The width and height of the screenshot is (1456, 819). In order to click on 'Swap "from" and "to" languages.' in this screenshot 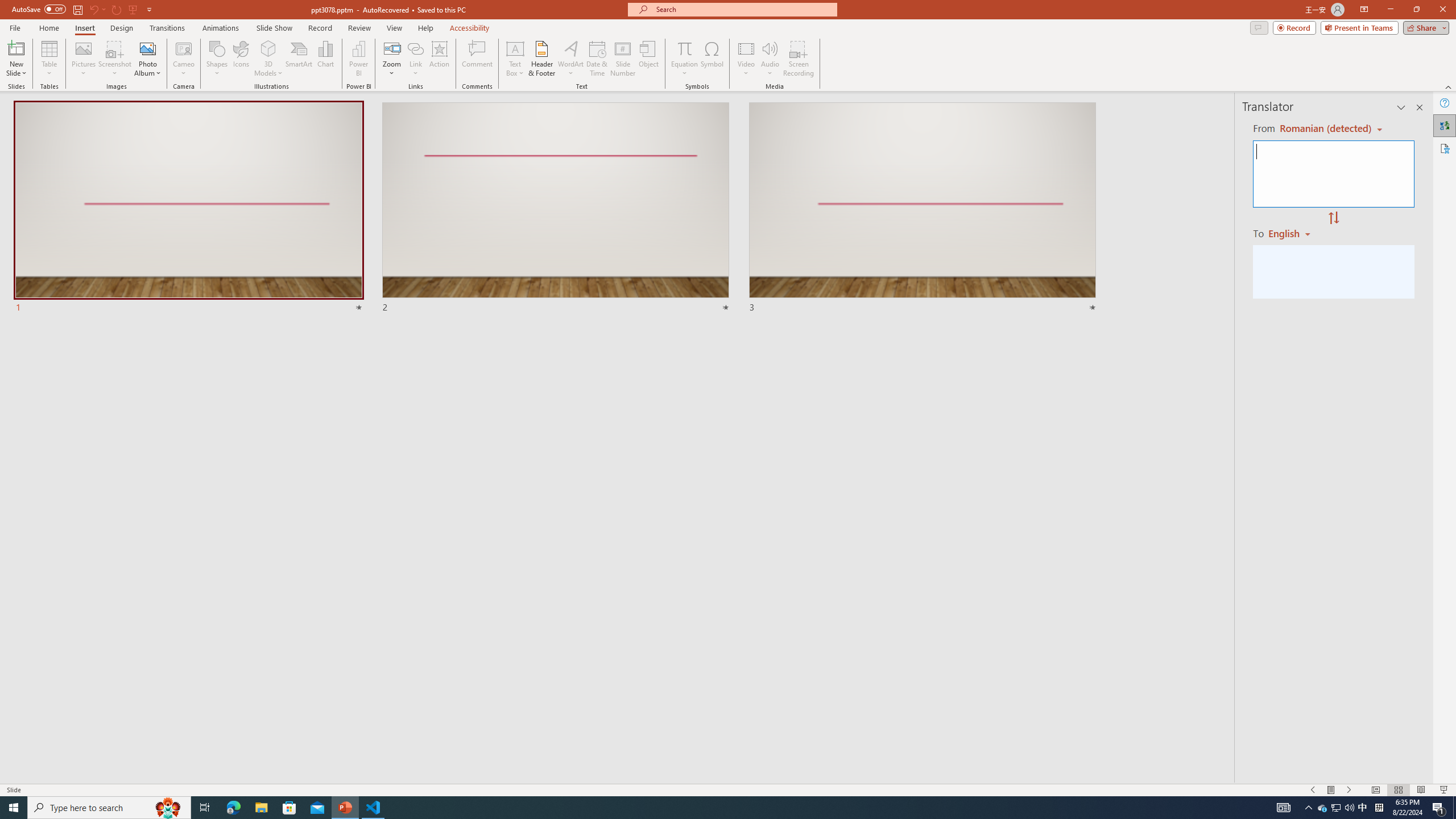, I will do `click(1333, 218)`.